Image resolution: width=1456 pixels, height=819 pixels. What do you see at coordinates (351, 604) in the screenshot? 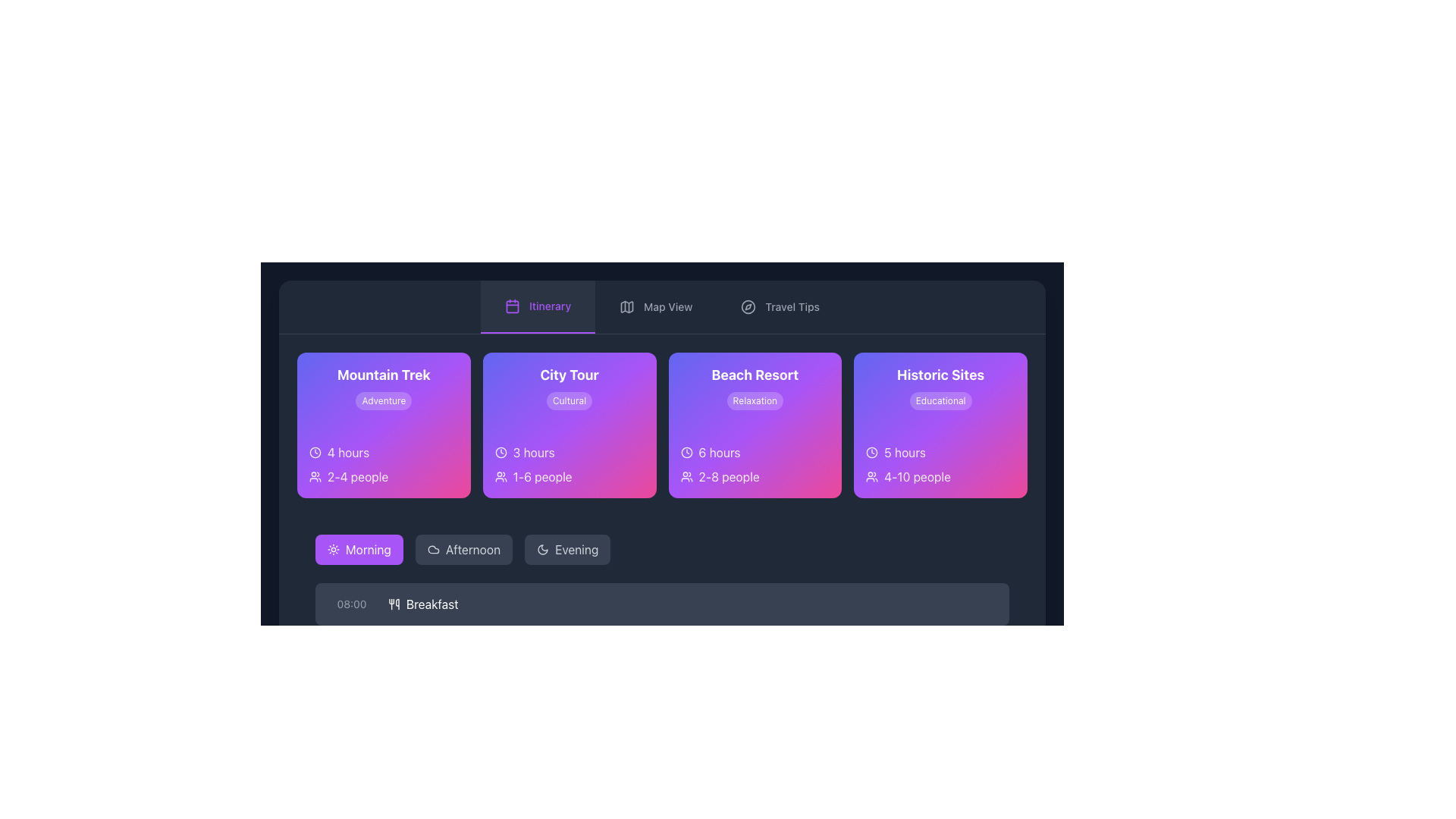
I see `the static text label indicating the time associated with the 'Breakfast' activity in the schedule` at bounding box center [351, 604].